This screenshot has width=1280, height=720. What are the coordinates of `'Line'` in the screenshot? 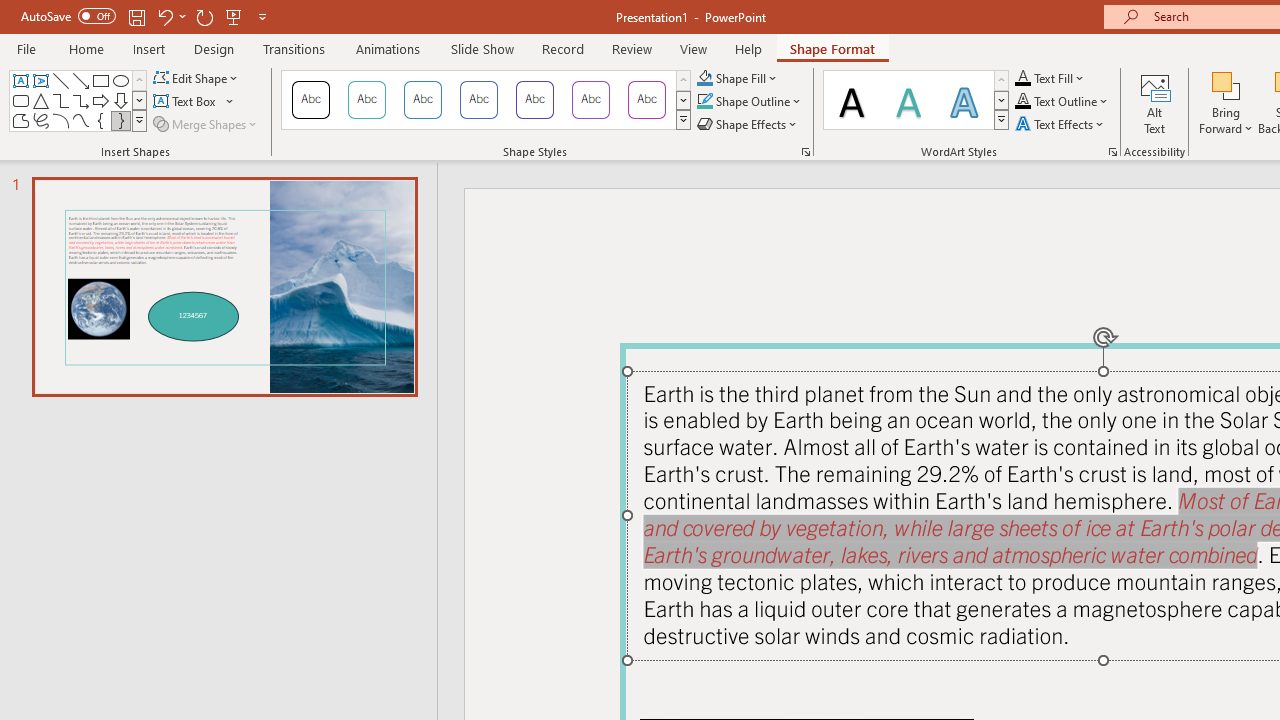 It's located at (60, 80).